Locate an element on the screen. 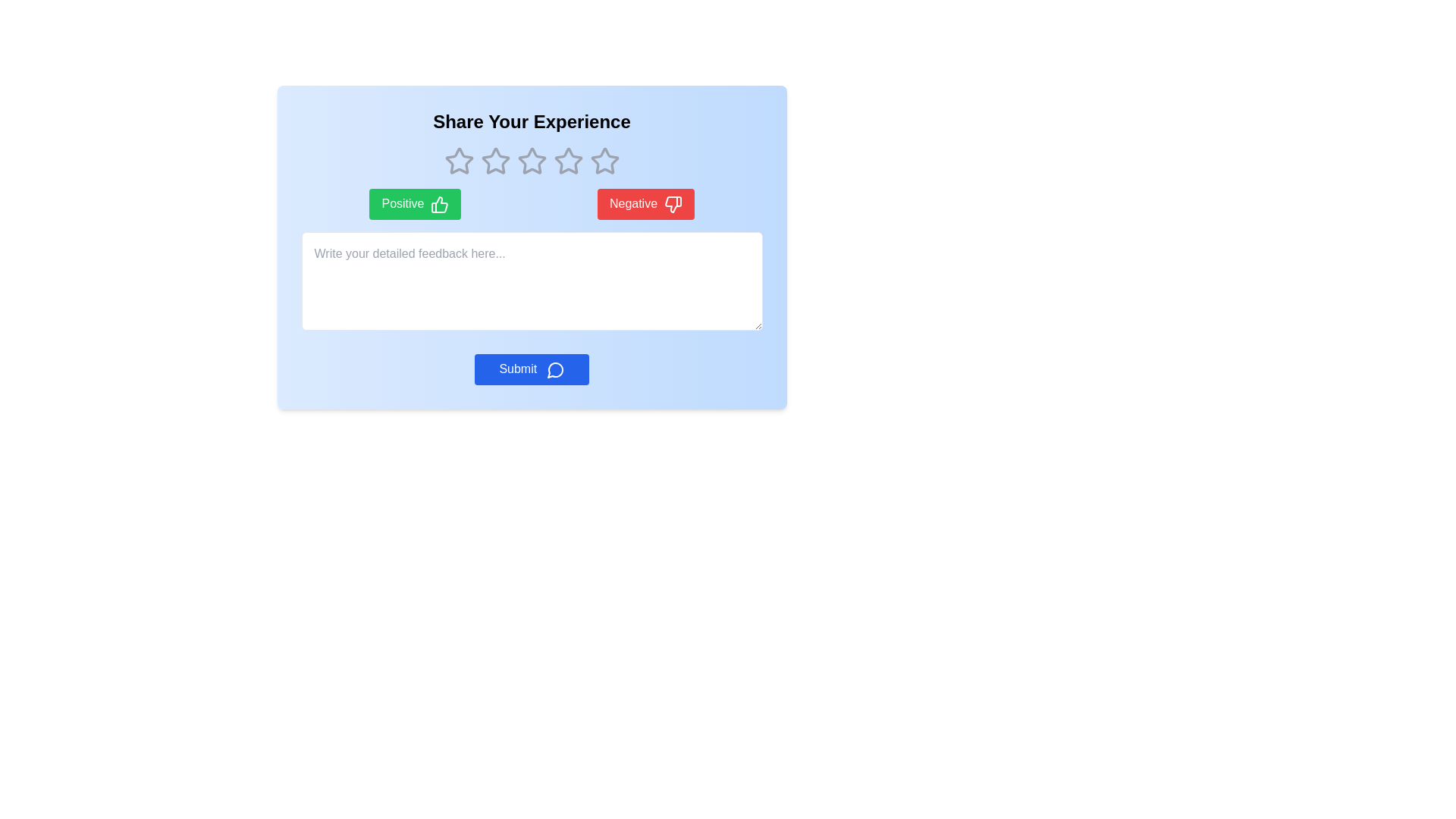 Image resolution: width=1456 pixels, height=819 pixels. the fourth star icon is located at coordinates (532, 161).